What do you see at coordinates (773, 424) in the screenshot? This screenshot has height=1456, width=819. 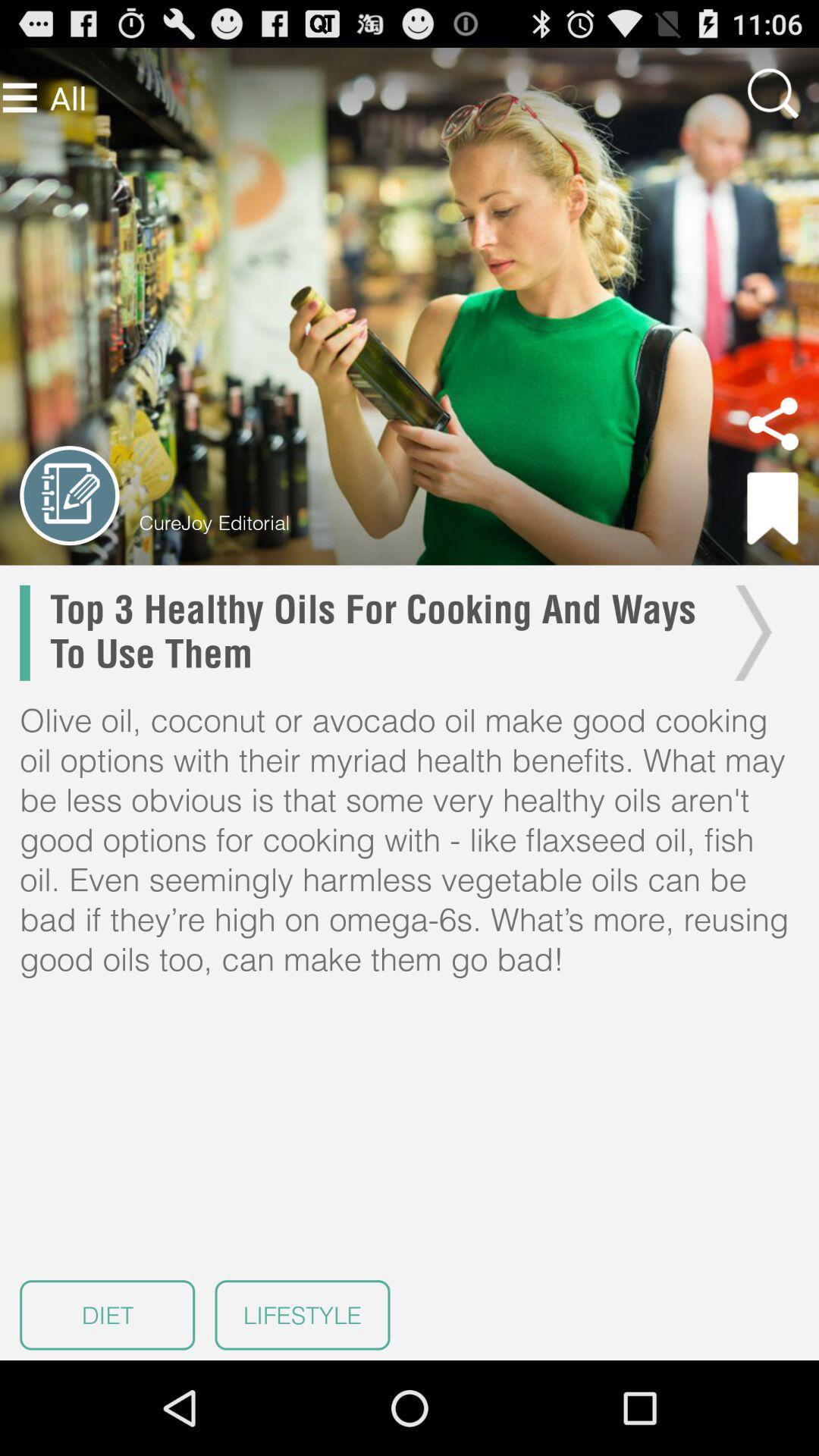 I see `share` at bounding box center [773, 424].